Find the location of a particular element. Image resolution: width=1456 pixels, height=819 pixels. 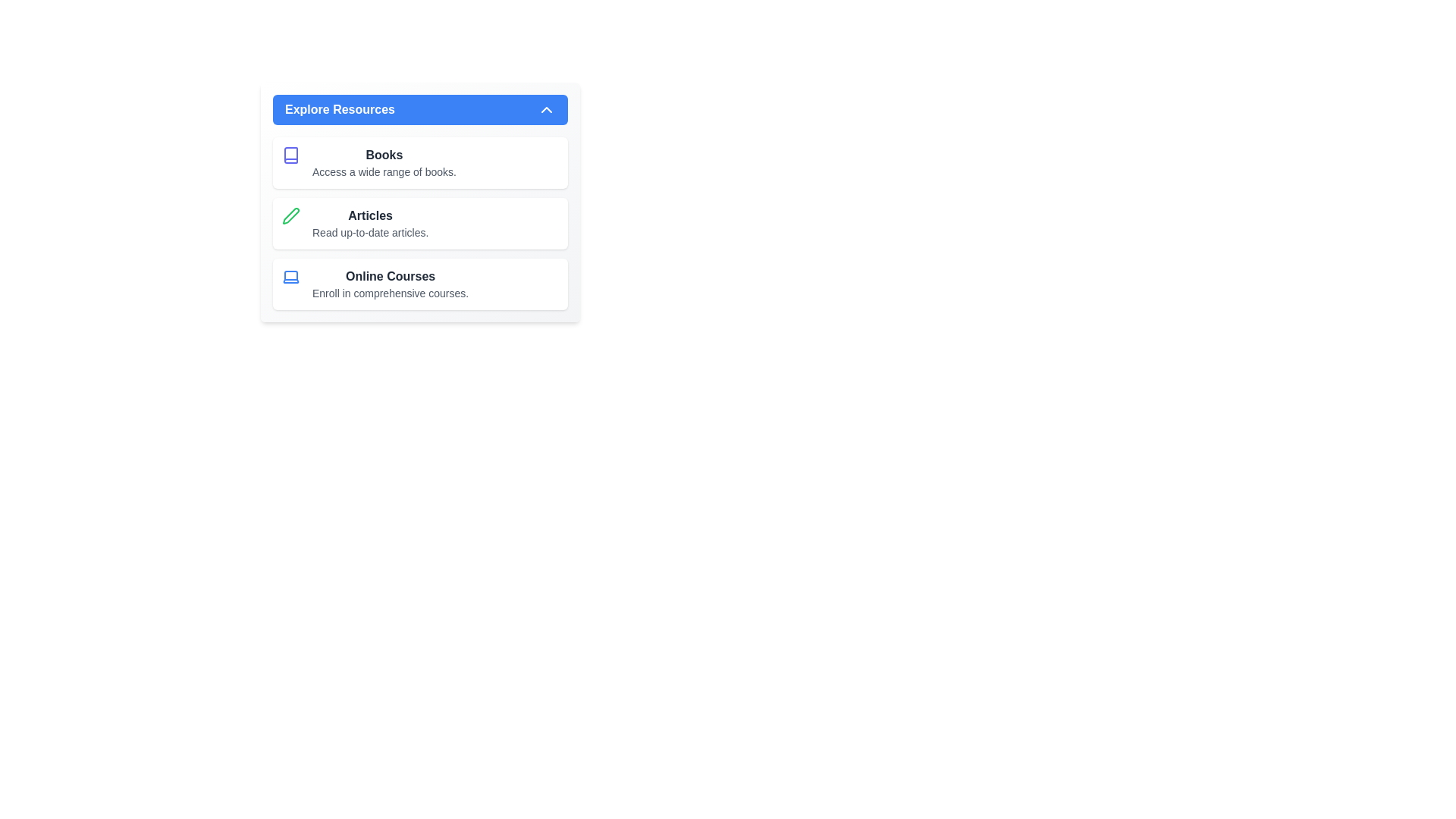

text label indicating the category of resources labeled 'Online Courses', which serves as a heading within a card structure under the 'Explore Resources' section is located at coordinates (391, 277).